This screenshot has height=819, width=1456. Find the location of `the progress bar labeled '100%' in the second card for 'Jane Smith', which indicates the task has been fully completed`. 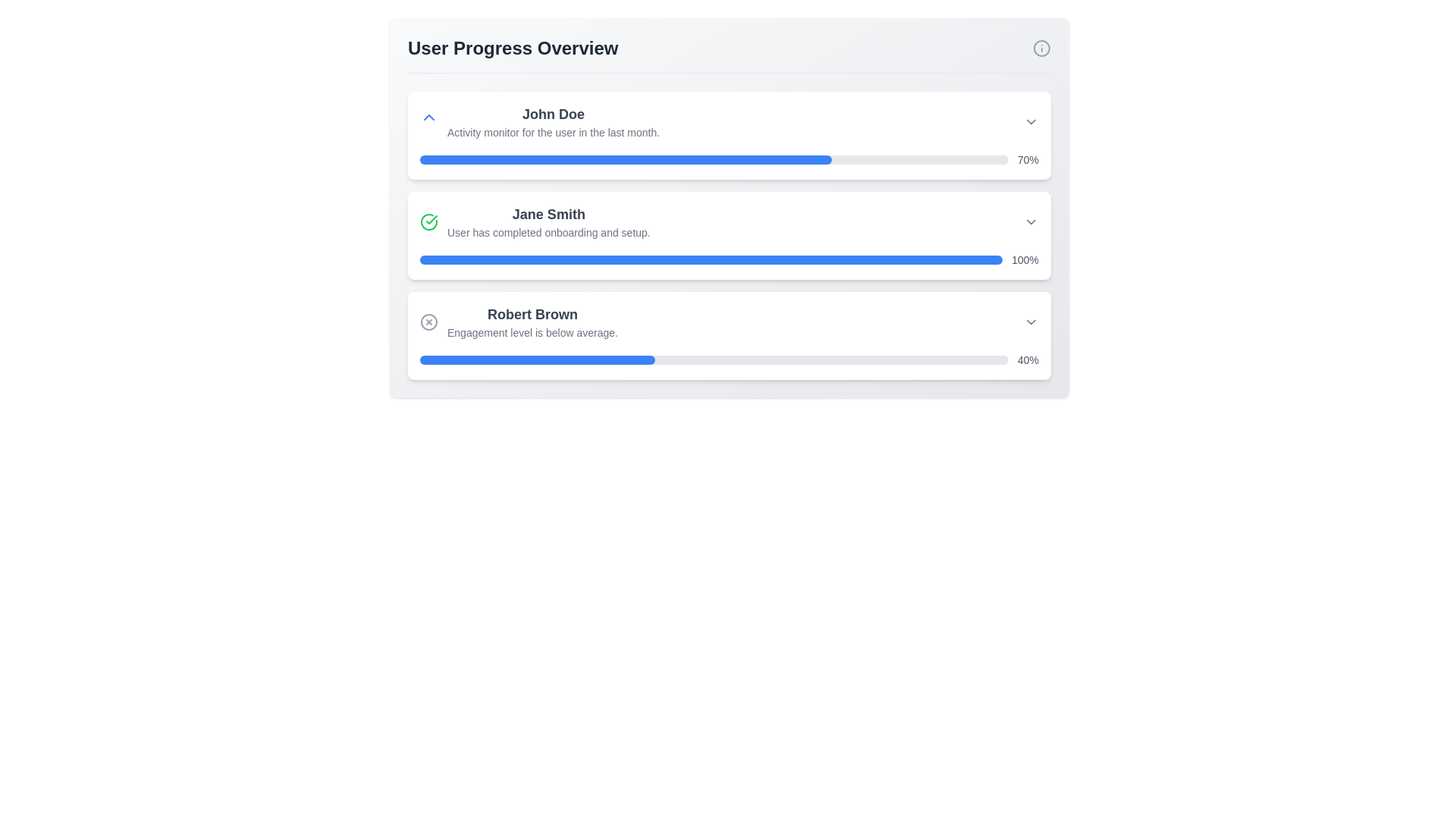

the progress bar labeled '100%' in the second card for 'Jane Smith', which indicates the task has been fully completed is located at coordinates (729, 259).